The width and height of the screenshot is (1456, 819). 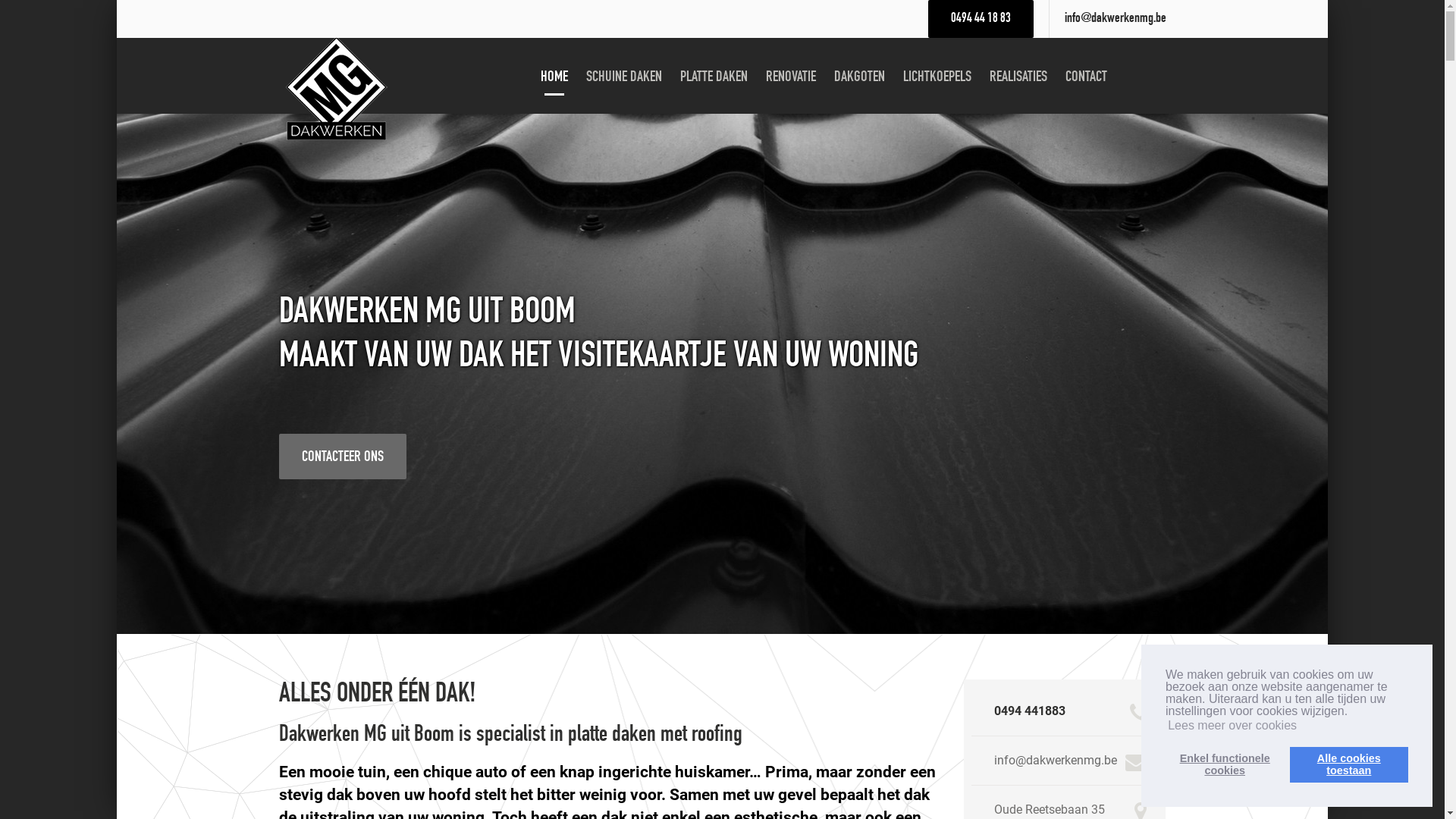 I want to click on 'info@dakwerkenmg.be', so click(x=993, y=760).